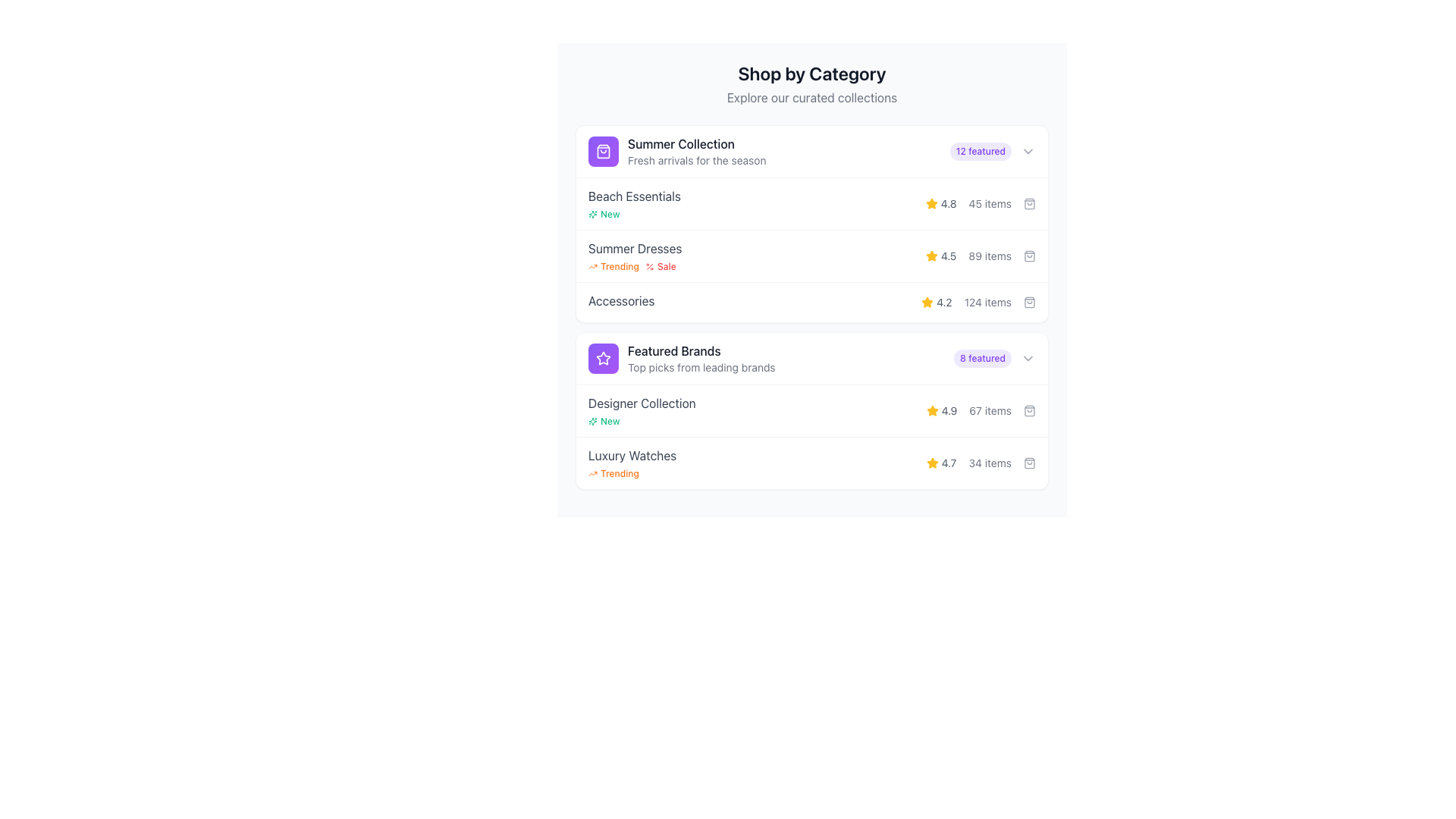  What do you see at coordinates (1030, 256) in the screenshot?
I see `the icon representing 'Summer Dresses' category functionalities, located on the far right of the row after '89 items'` at bounding box center [1030, 256].